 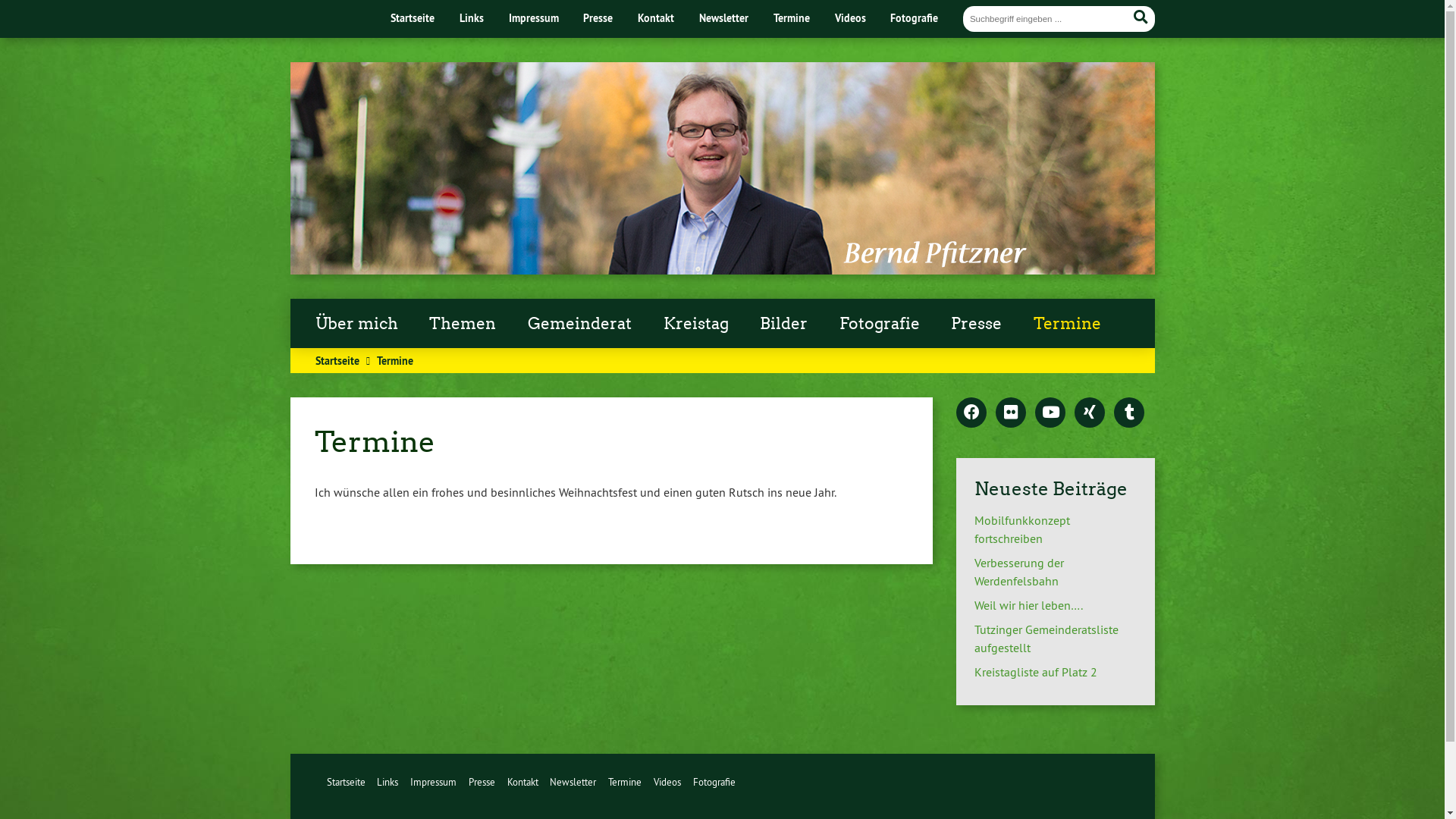 What do you see at coordinates (625, 781) in the screenshot?
I see `'Termine'` at bounding box center [625, 781].